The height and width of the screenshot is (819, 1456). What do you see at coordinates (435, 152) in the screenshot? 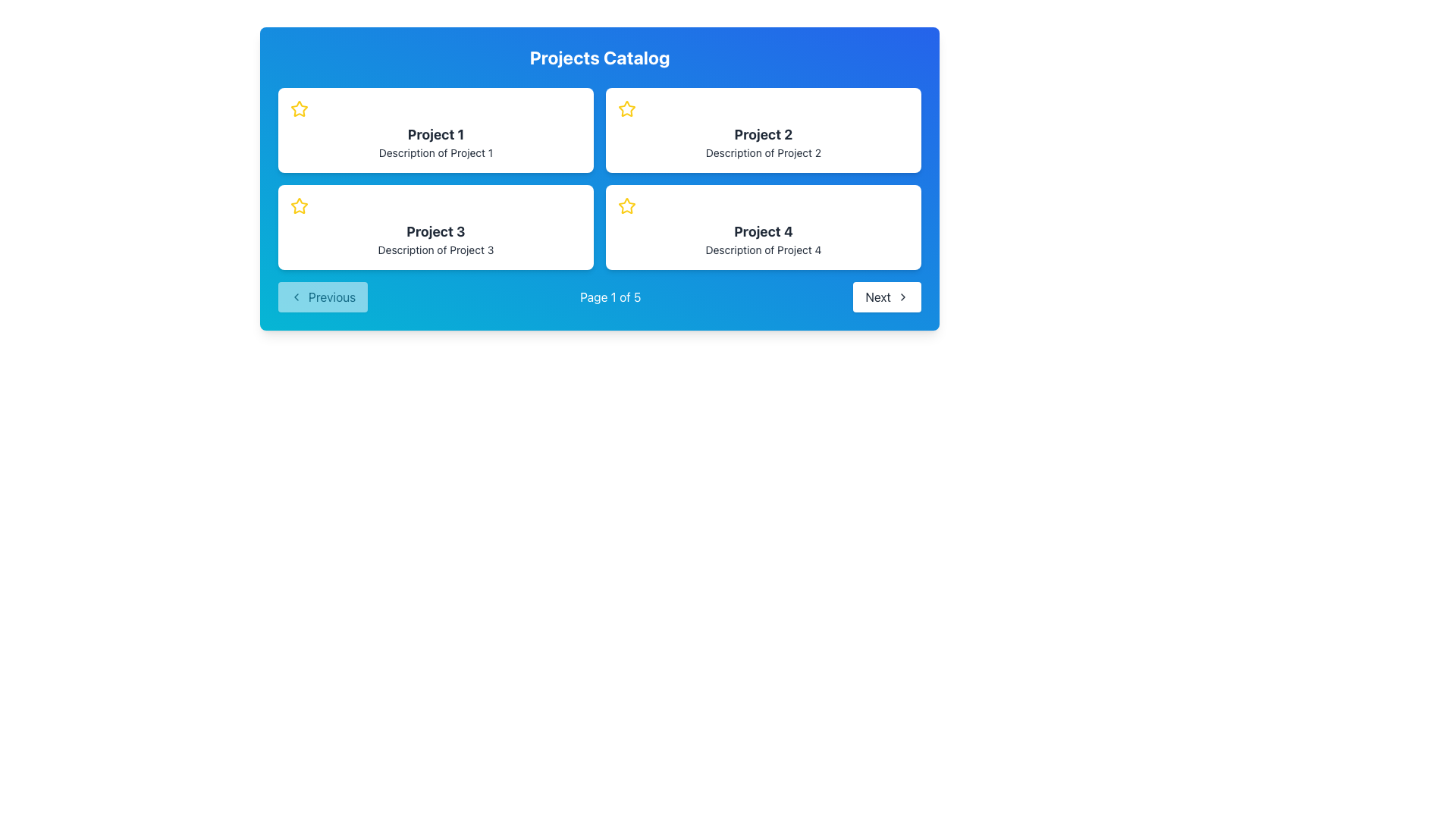
I see `the description text element that provides details about 'Project 1', located beneath the bold title in the 'Projects Catalog' grid` at bounding box center [435, 152].